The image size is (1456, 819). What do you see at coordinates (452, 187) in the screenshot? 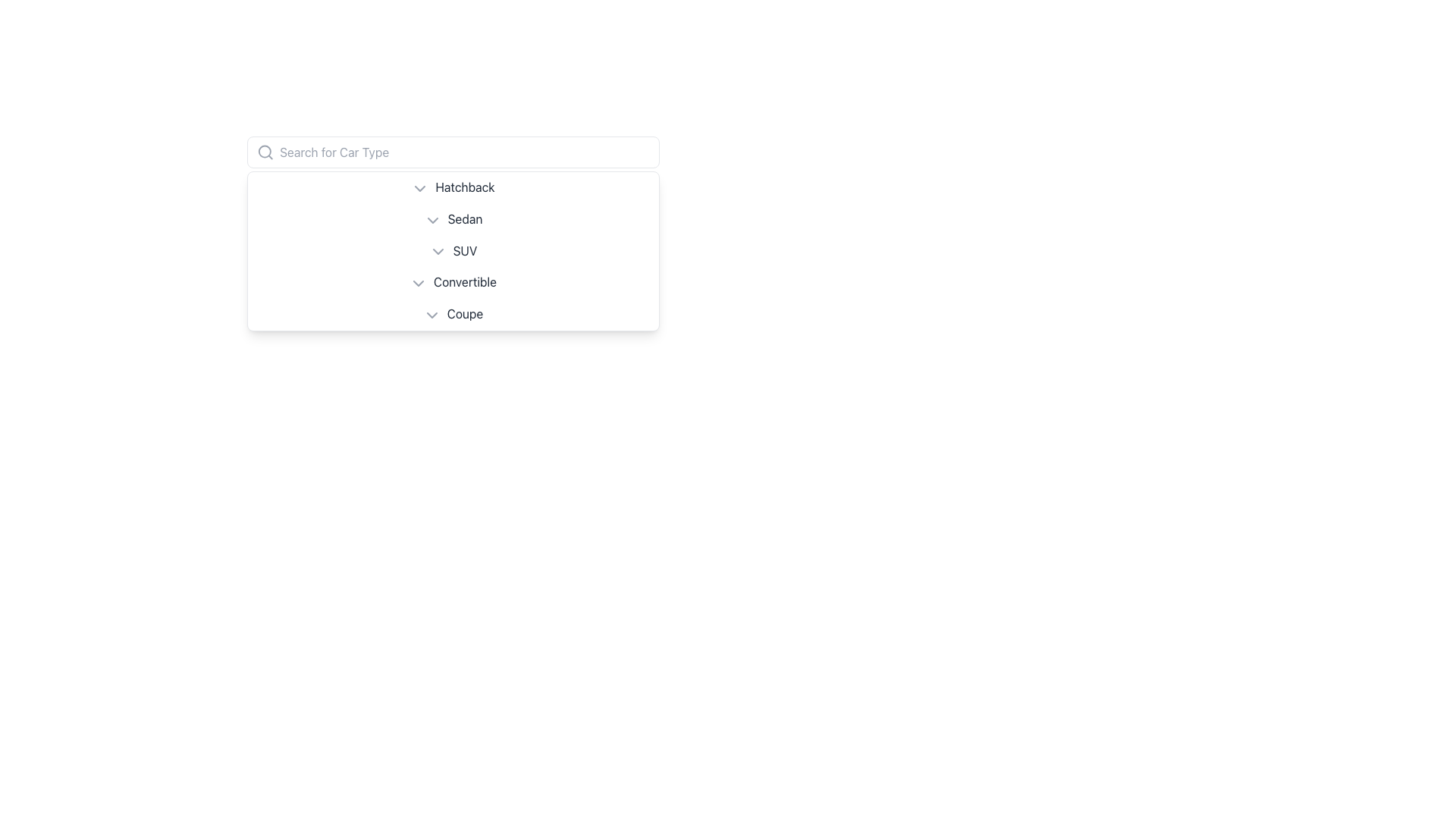
I see `the first entry labeled 'Hatchback' in the dropdown menu` at bounding box center [452, 187].